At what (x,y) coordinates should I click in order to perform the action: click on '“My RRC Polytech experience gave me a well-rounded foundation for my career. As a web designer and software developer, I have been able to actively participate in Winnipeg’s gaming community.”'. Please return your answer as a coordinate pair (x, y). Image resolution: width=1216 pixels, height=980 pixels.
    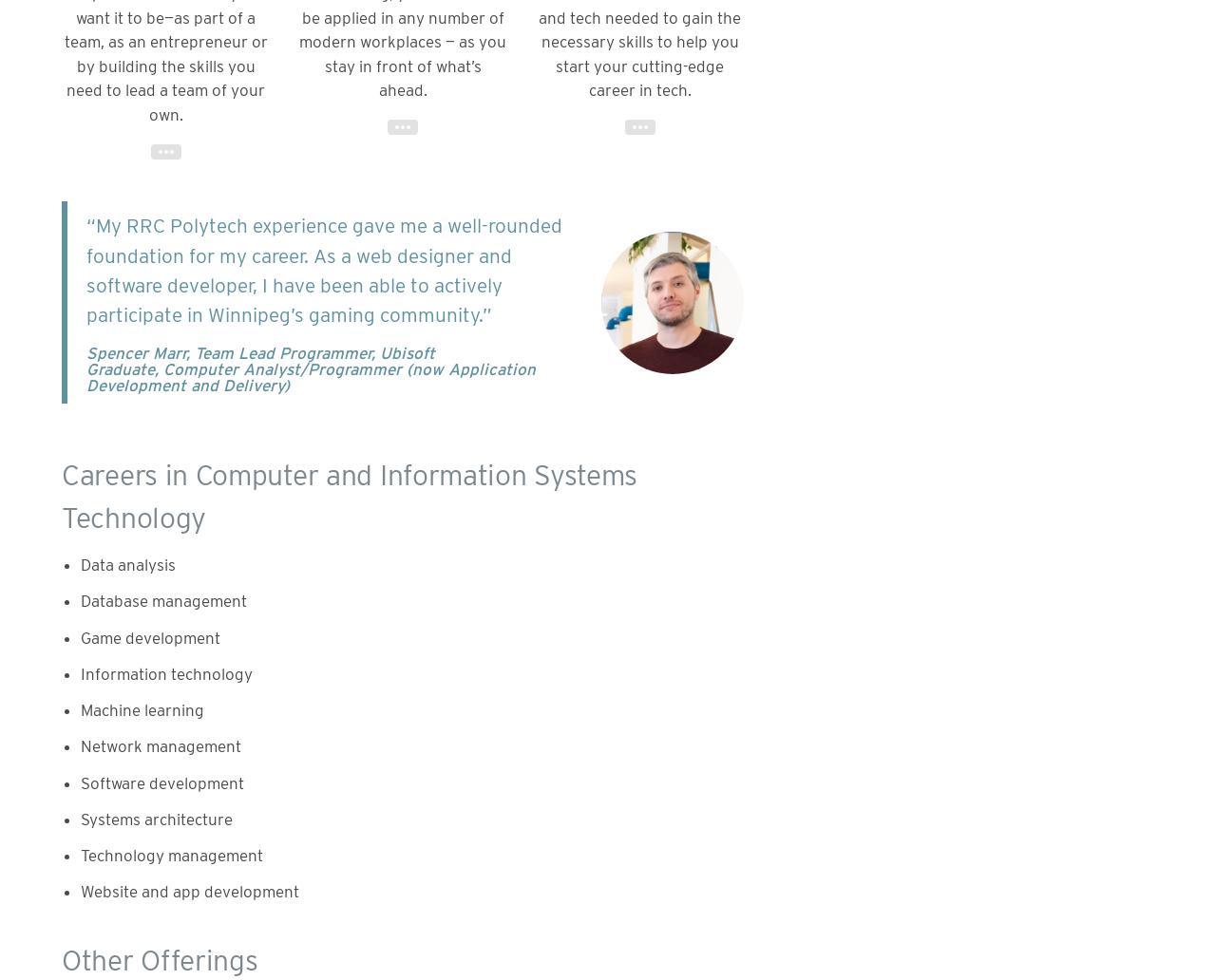
    Looking at the image, I should click on (324, 270).